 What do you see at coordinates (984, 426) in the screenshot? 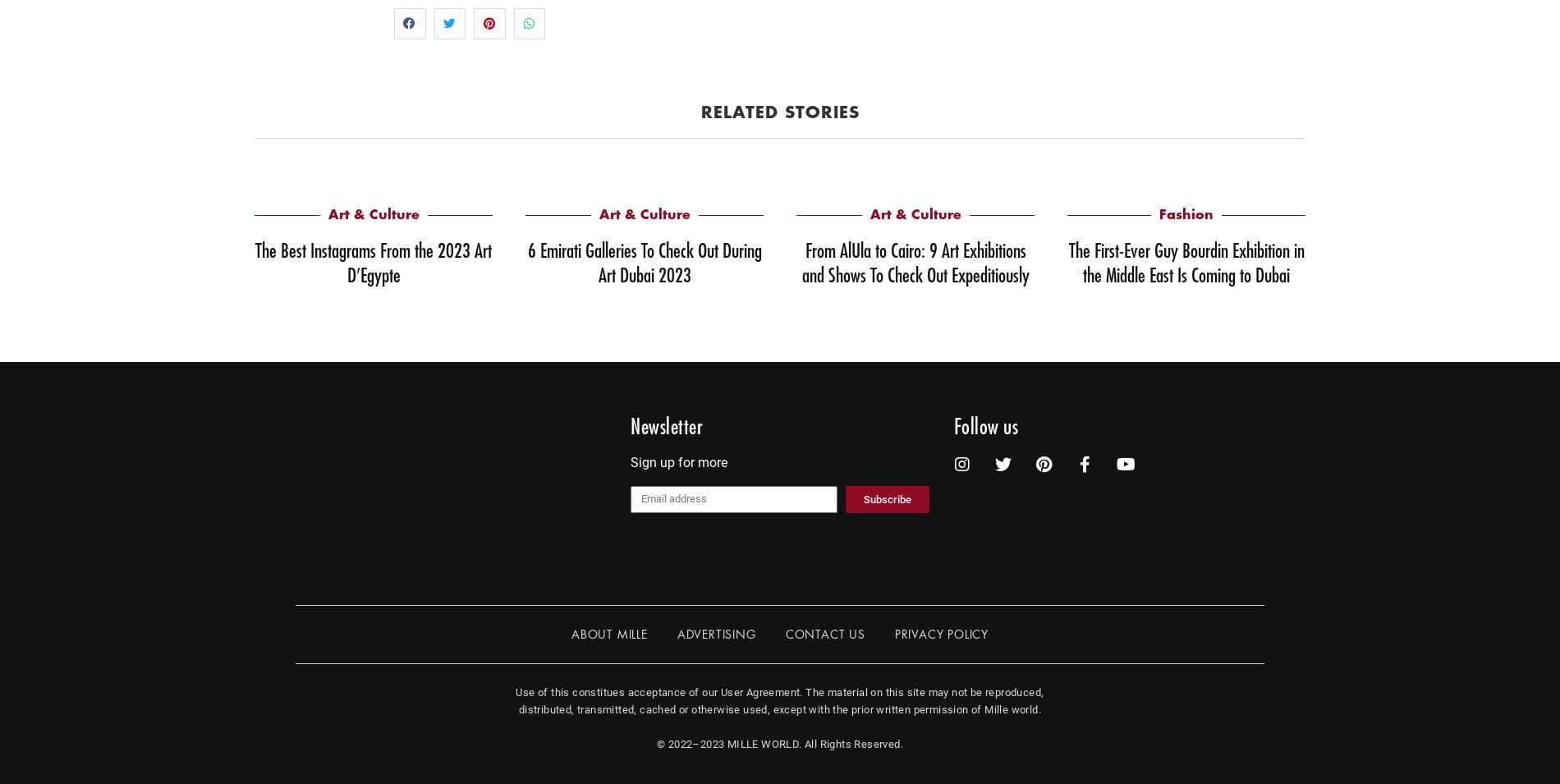
I see `'Follow us'` at bounding box center [984, 426].